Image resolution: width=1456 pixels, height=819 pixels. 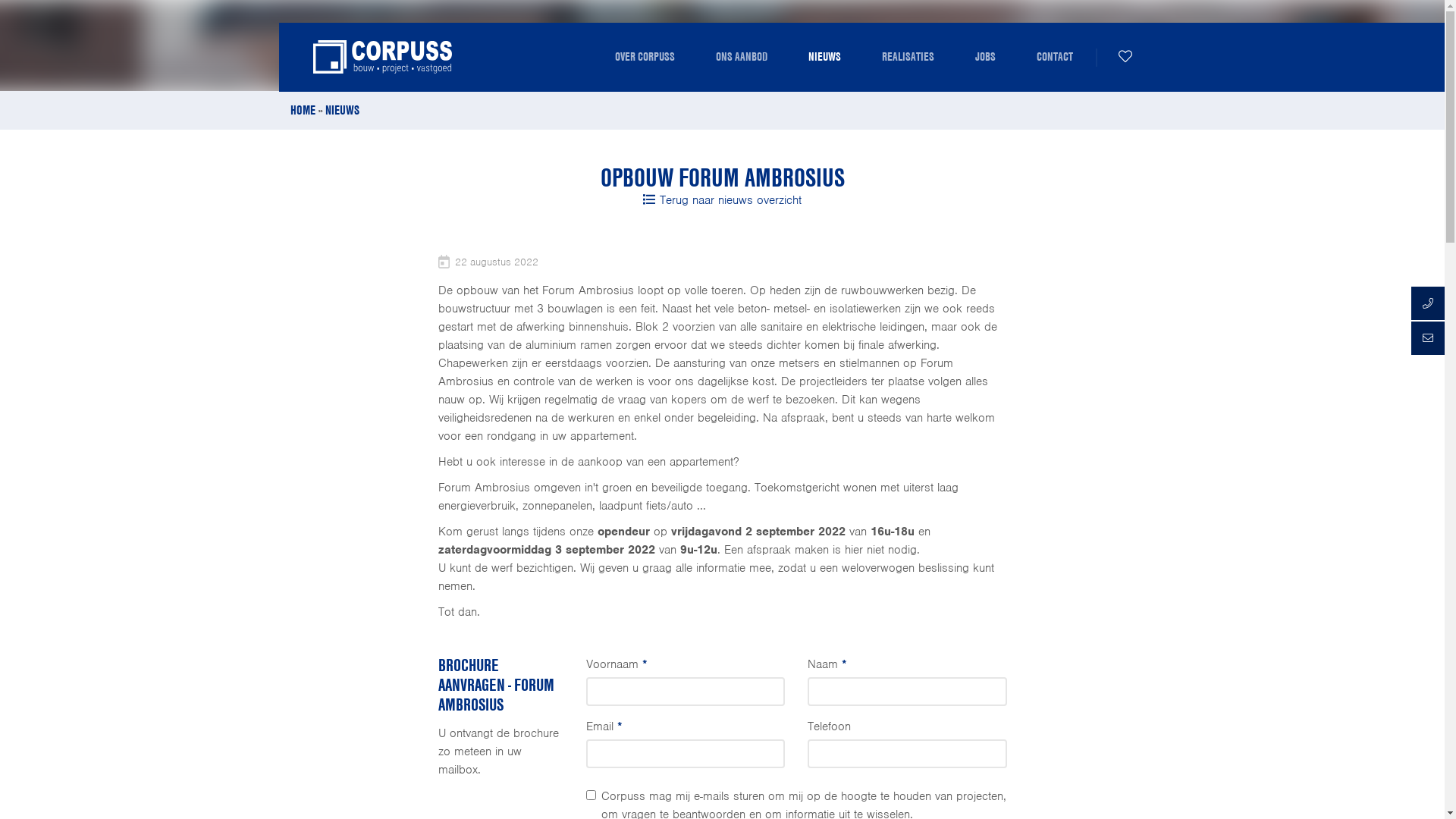 I want to click on 'REALISATIES', so click(x=908, y=55).